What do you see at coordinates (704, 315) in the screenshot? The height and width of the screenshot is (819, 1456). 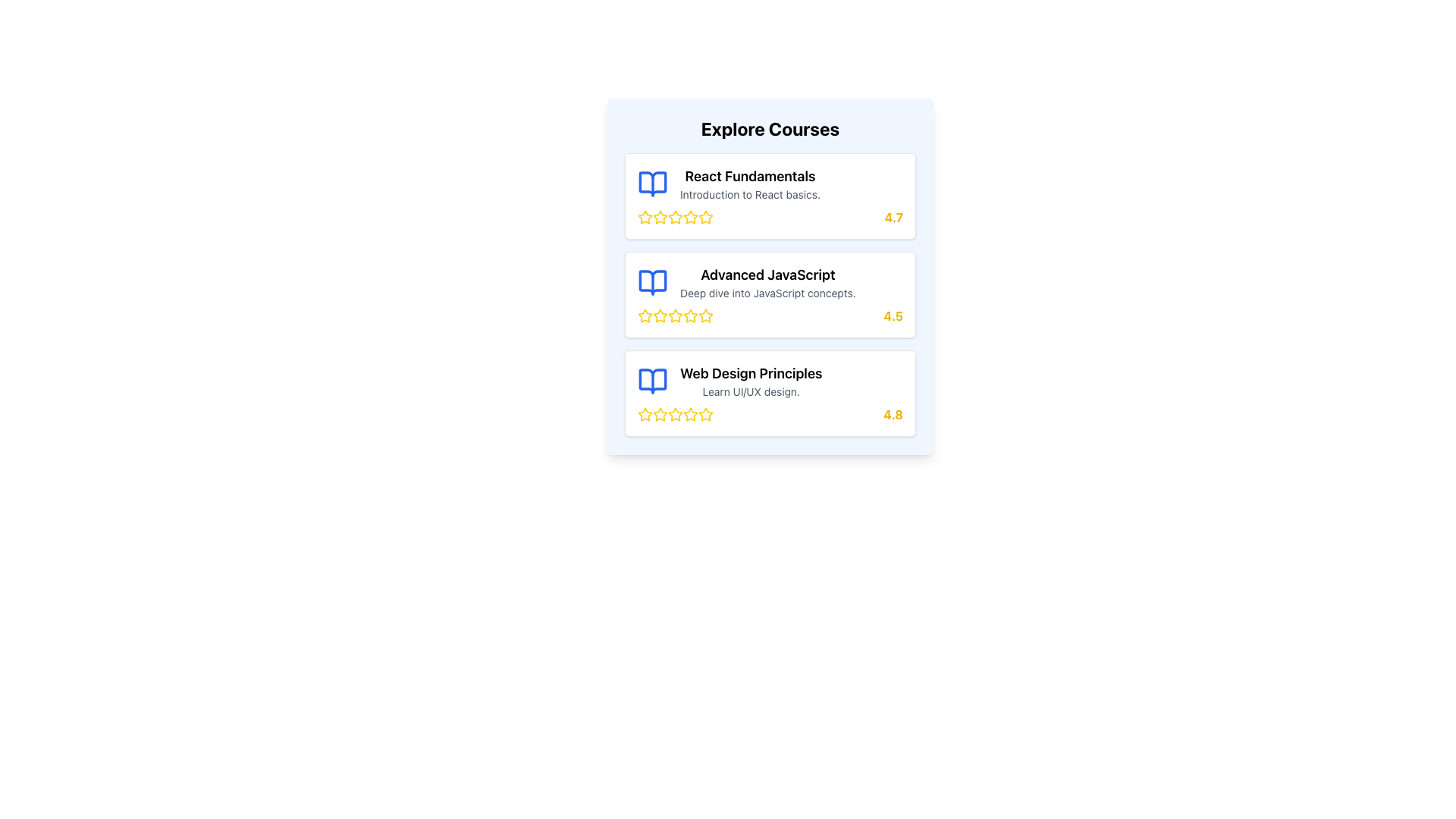 I see `the yellow star icon with a hollow center, which is the third star from the left in the rating stars for the 'Advanced JavaScript' course, to interact with it` at bounding box center [704, 315].